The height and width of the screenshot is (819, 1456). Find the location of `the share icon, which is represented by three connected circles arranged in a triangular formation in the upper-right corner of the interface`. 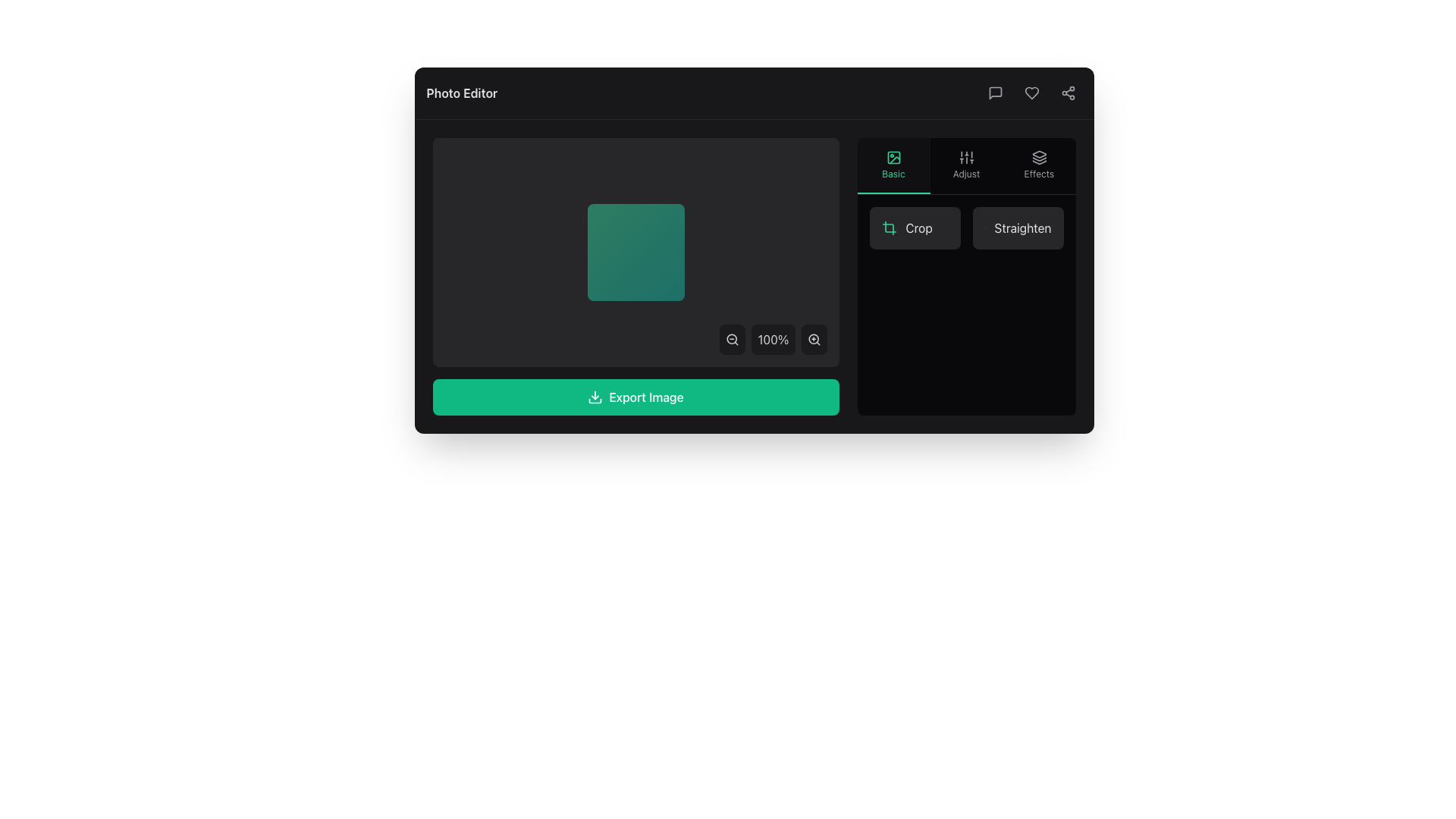

the share icon, which is represented by three connected circles arranged in a triangular formation in the upper-right corner of the interface is located at coordinates (1067, 93).